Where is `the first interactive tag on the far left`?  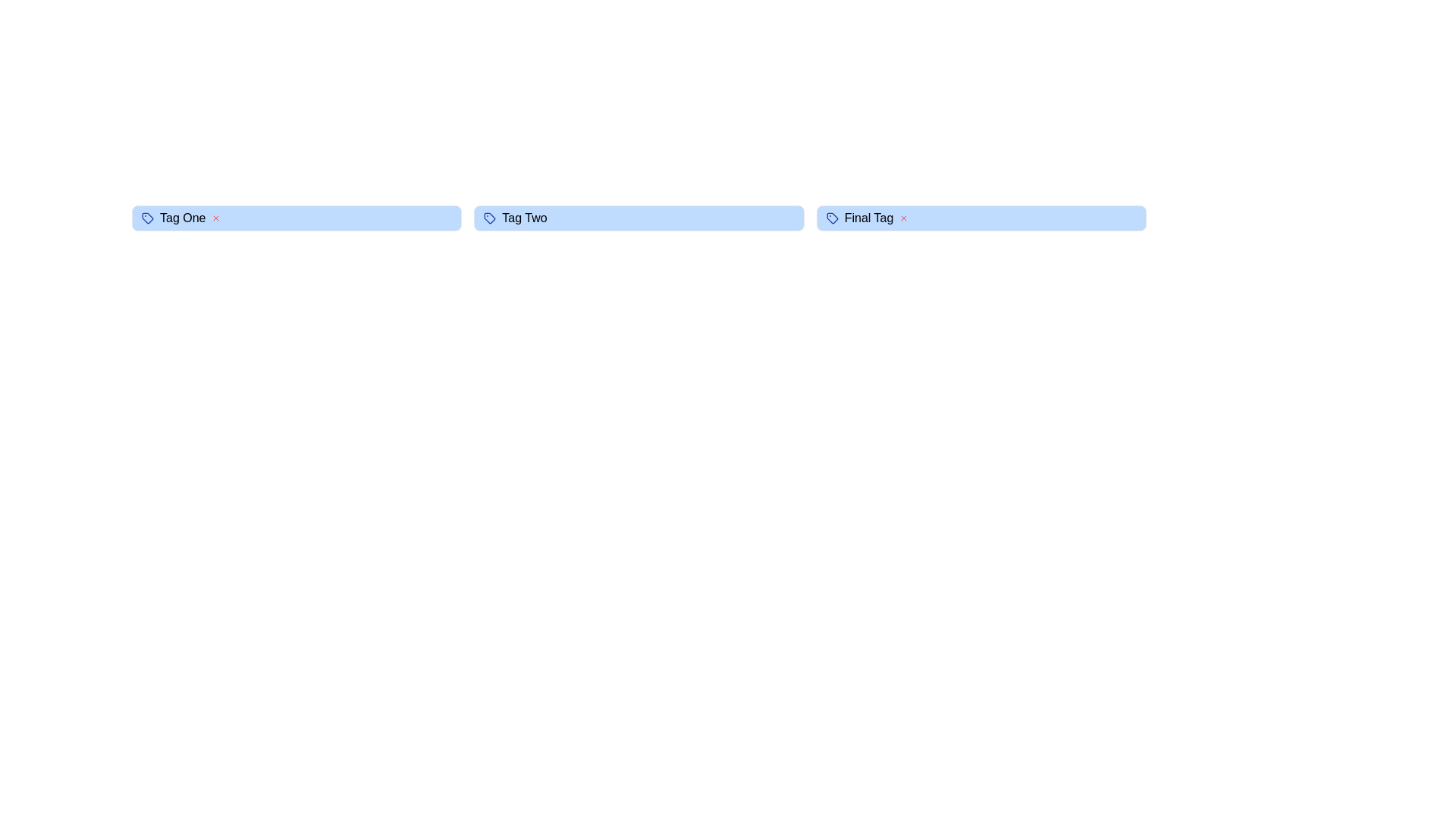 the first interactive tag on the far left is located at coordinates (297, 218).